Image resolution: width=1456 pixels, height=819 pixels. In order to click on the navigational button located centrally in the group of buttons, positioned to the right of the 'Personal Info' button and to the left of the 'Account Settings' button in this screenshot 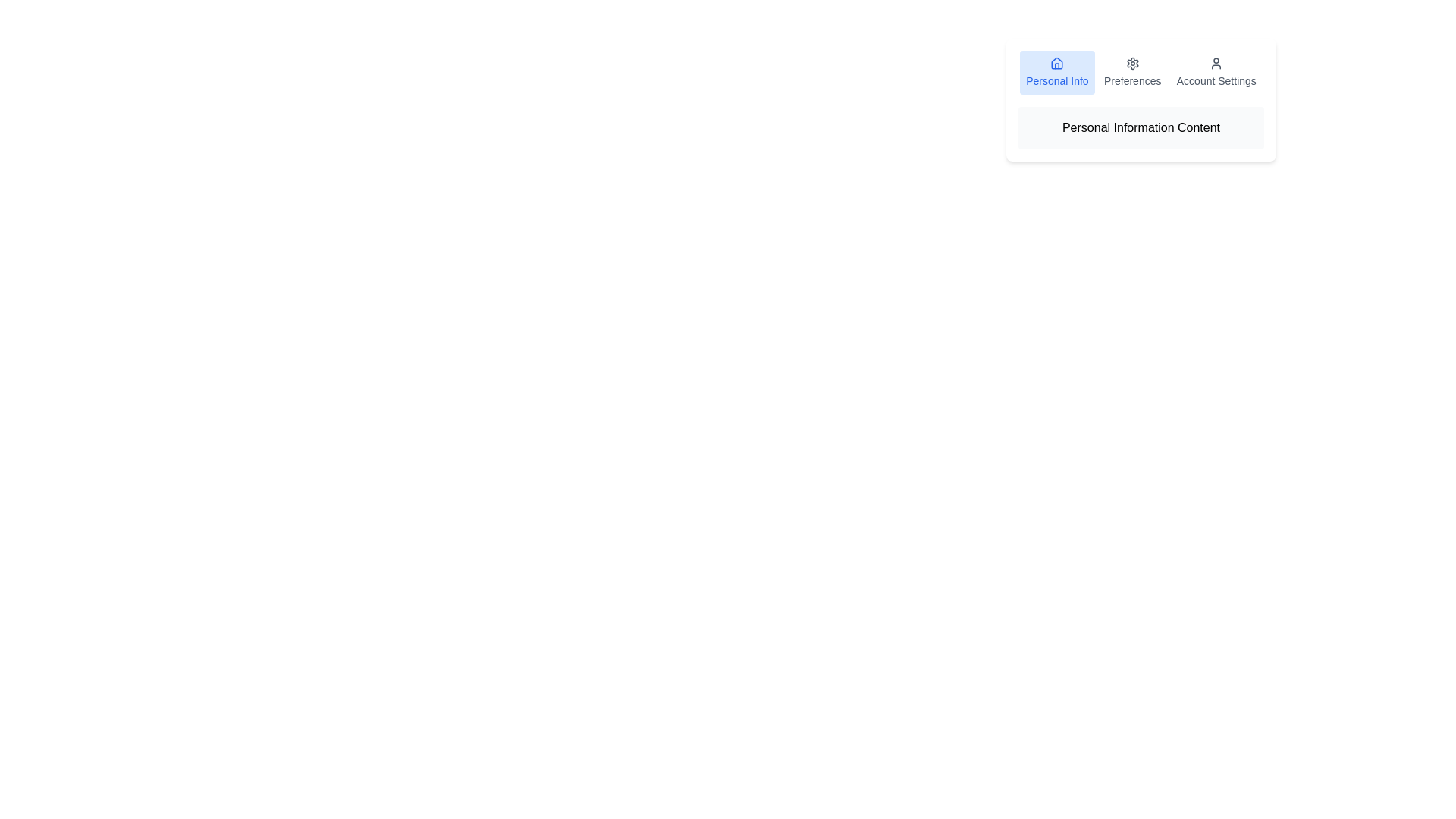, I will do `click(1132, 73)`.